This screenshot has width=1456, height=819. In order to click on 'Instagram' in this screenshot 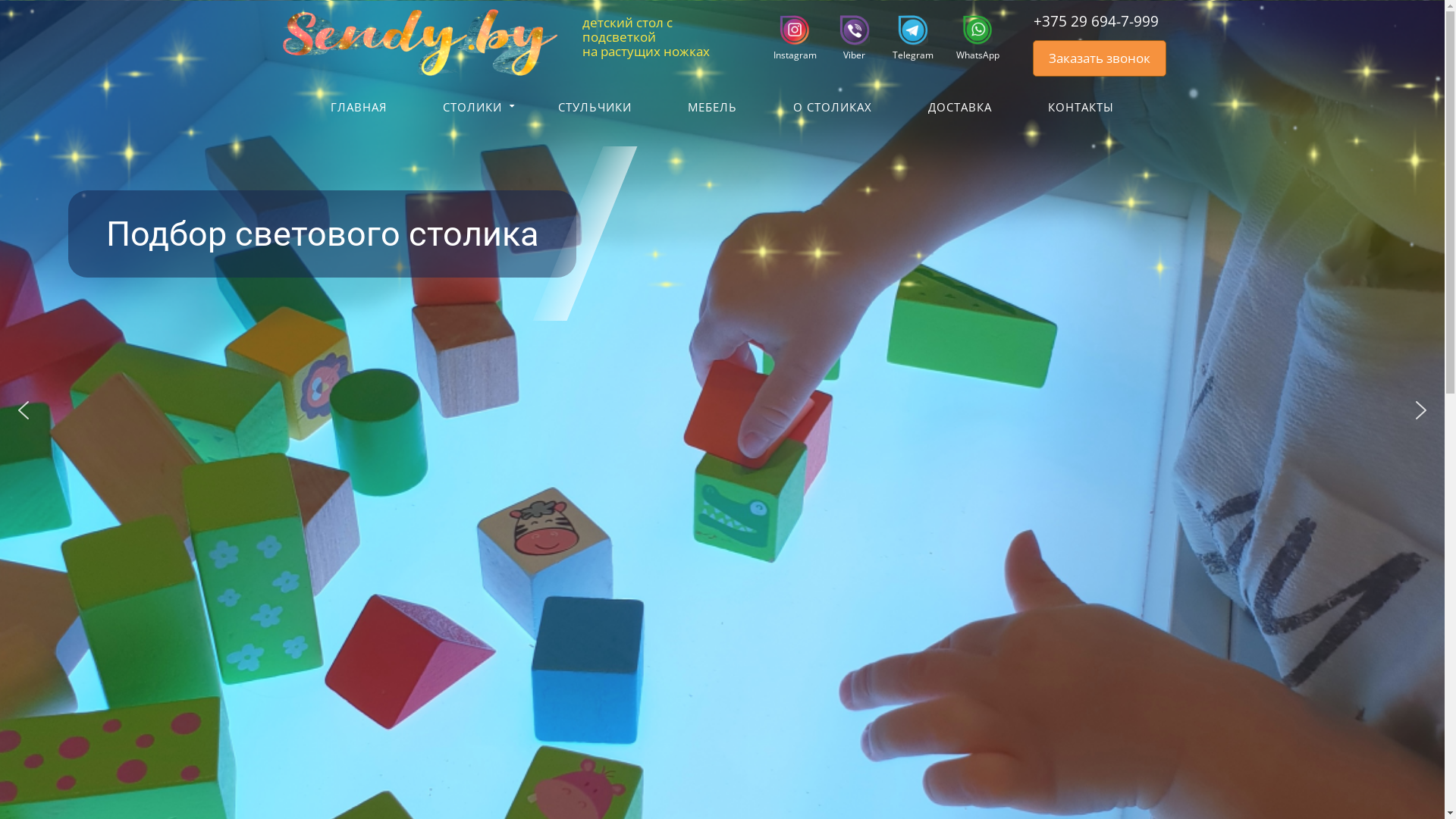, I will do `click(789, 37)`.